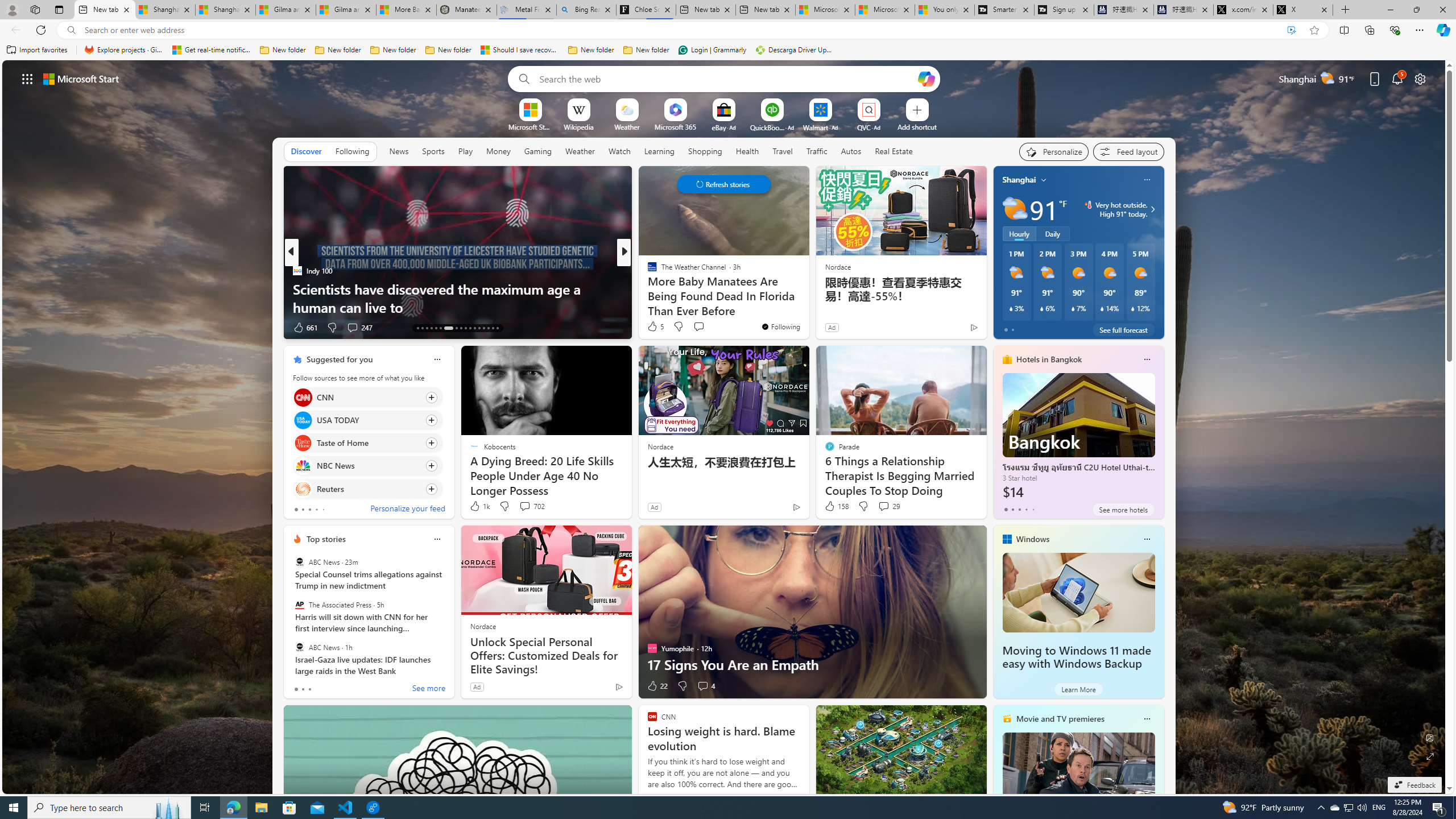 The image size is (1456, 819). What do you see at coordinates (1019, 233) in the screenshot?
I see `'Hourly'` at bounding box center [1019, 233].